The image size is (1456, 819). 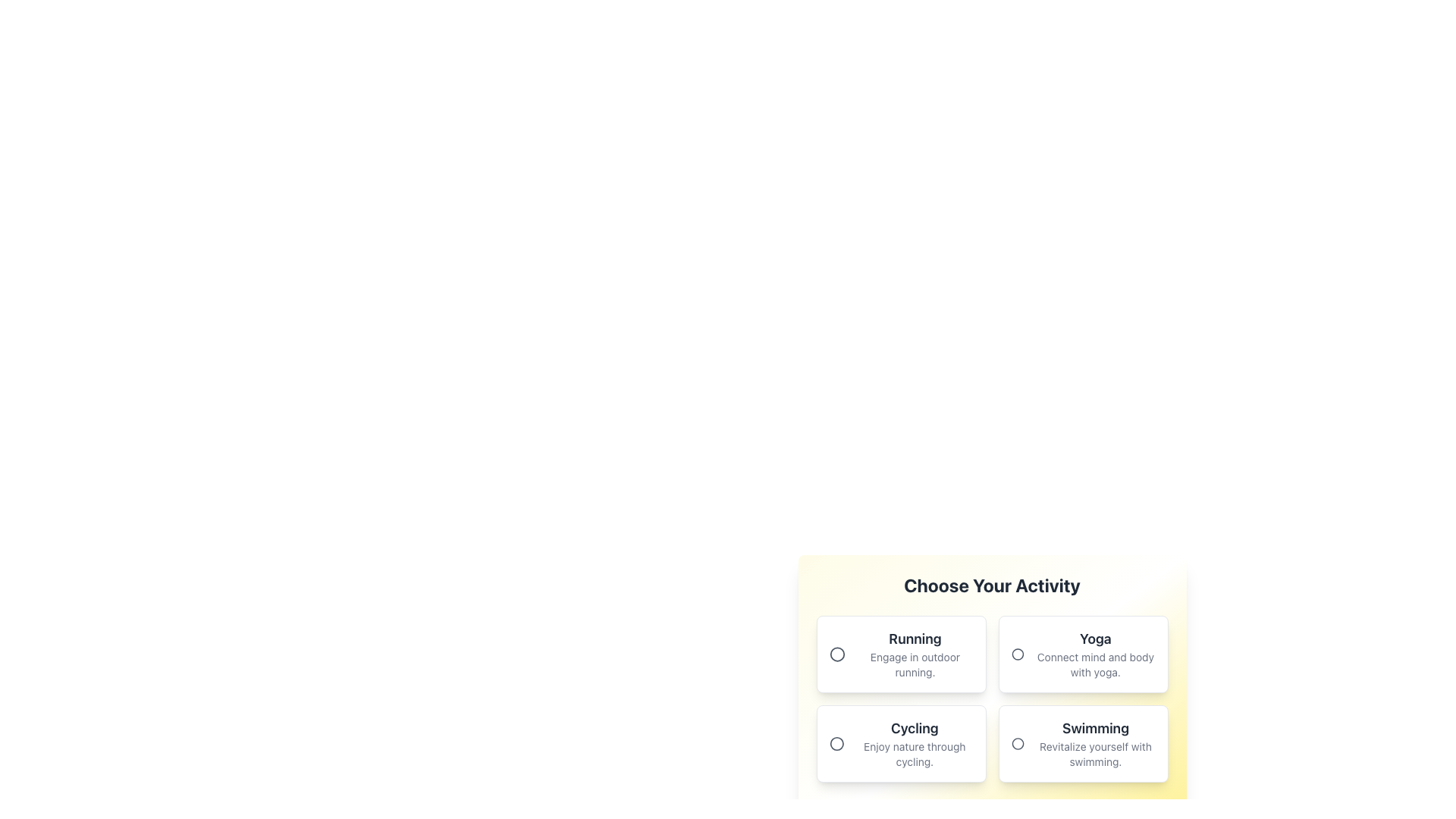 What do you see at coordinates (836, 742) in the screenshot?
I see `the radio button` at bounding box center [836, 742].